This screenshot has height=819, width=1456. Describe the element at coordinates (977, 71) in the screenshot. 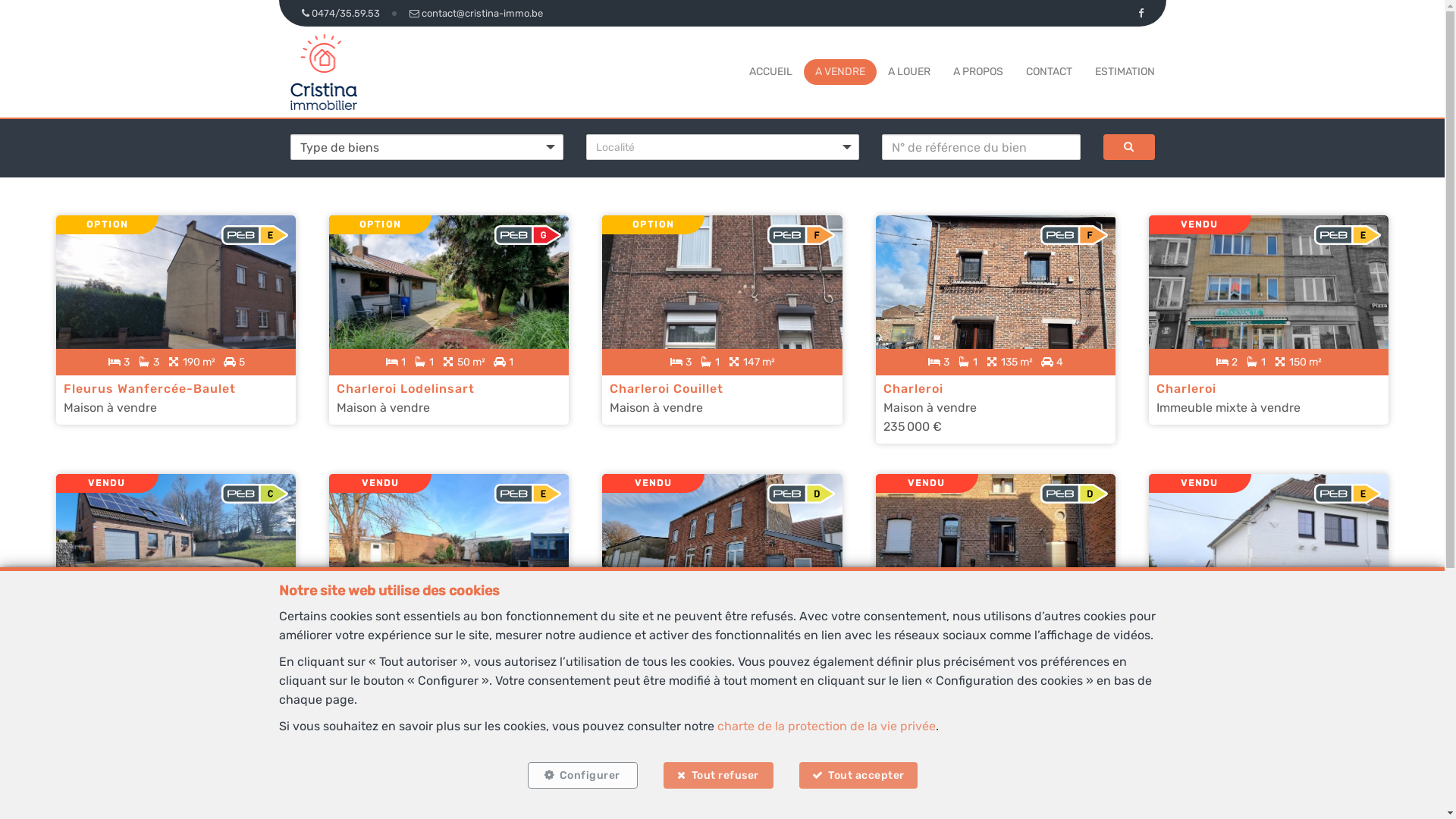

I see `'A PROPOS'` at that location.